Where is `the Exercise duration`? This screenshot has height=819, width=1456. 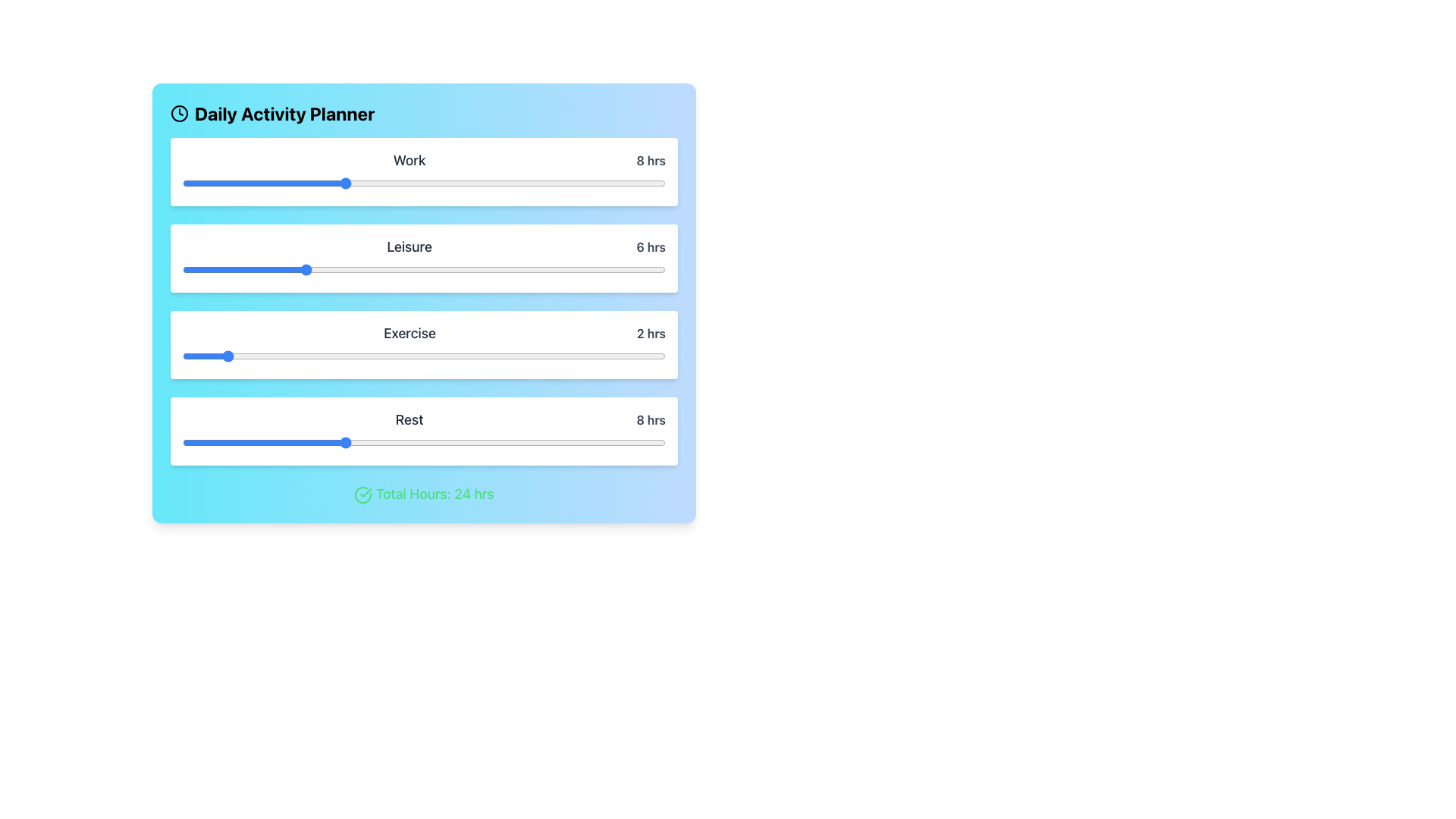 the Exercise duration is located at coordinates (443, 356).